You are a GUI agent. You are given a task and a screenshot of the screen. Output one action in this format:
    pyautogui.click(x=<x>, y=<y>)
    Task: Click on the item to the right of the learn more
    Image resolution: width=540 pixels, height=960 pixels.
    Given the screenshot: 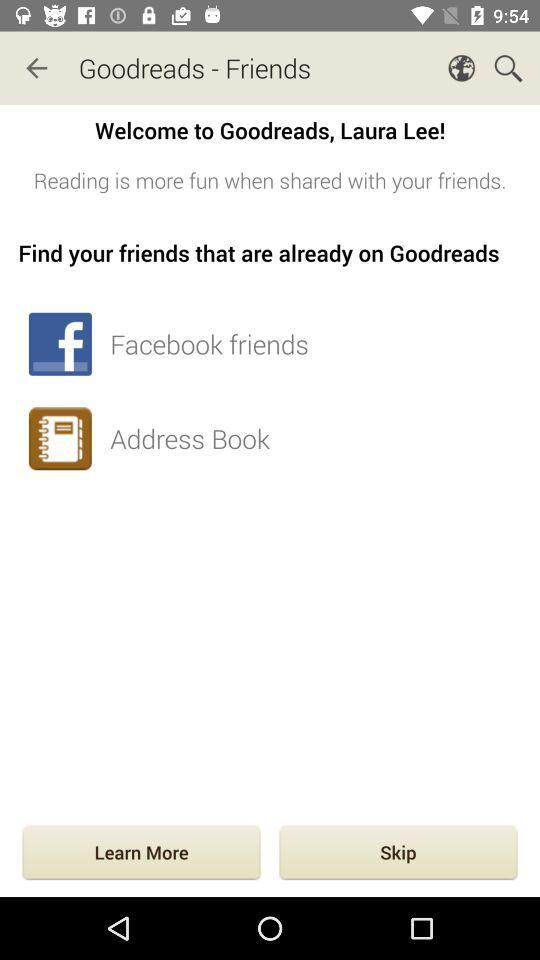 What is the action you would take?
    pyautogui.click(x=398, y=853)
    